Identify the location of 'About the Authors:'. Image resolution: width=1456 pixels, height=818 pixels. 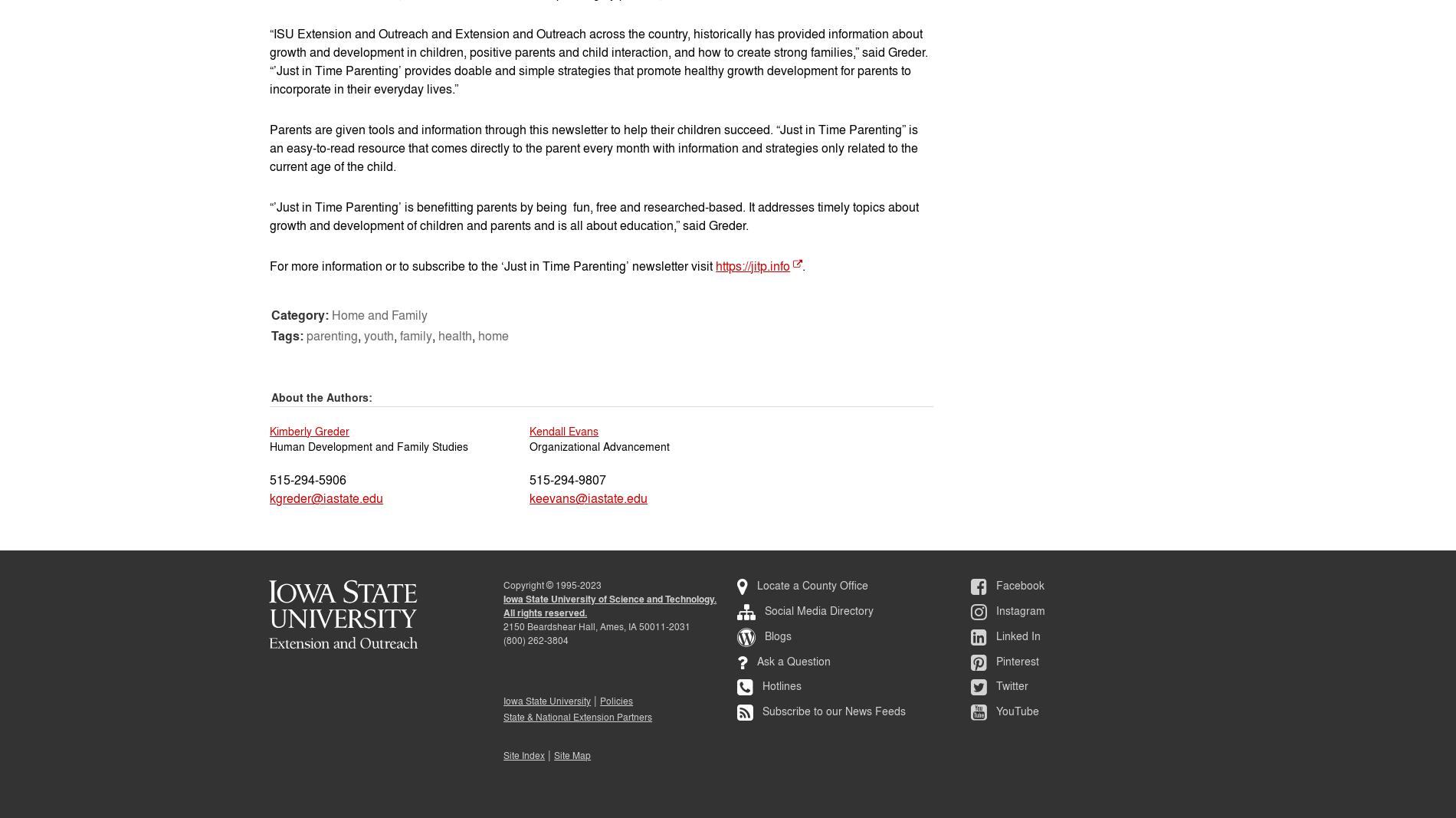
(322, 396).